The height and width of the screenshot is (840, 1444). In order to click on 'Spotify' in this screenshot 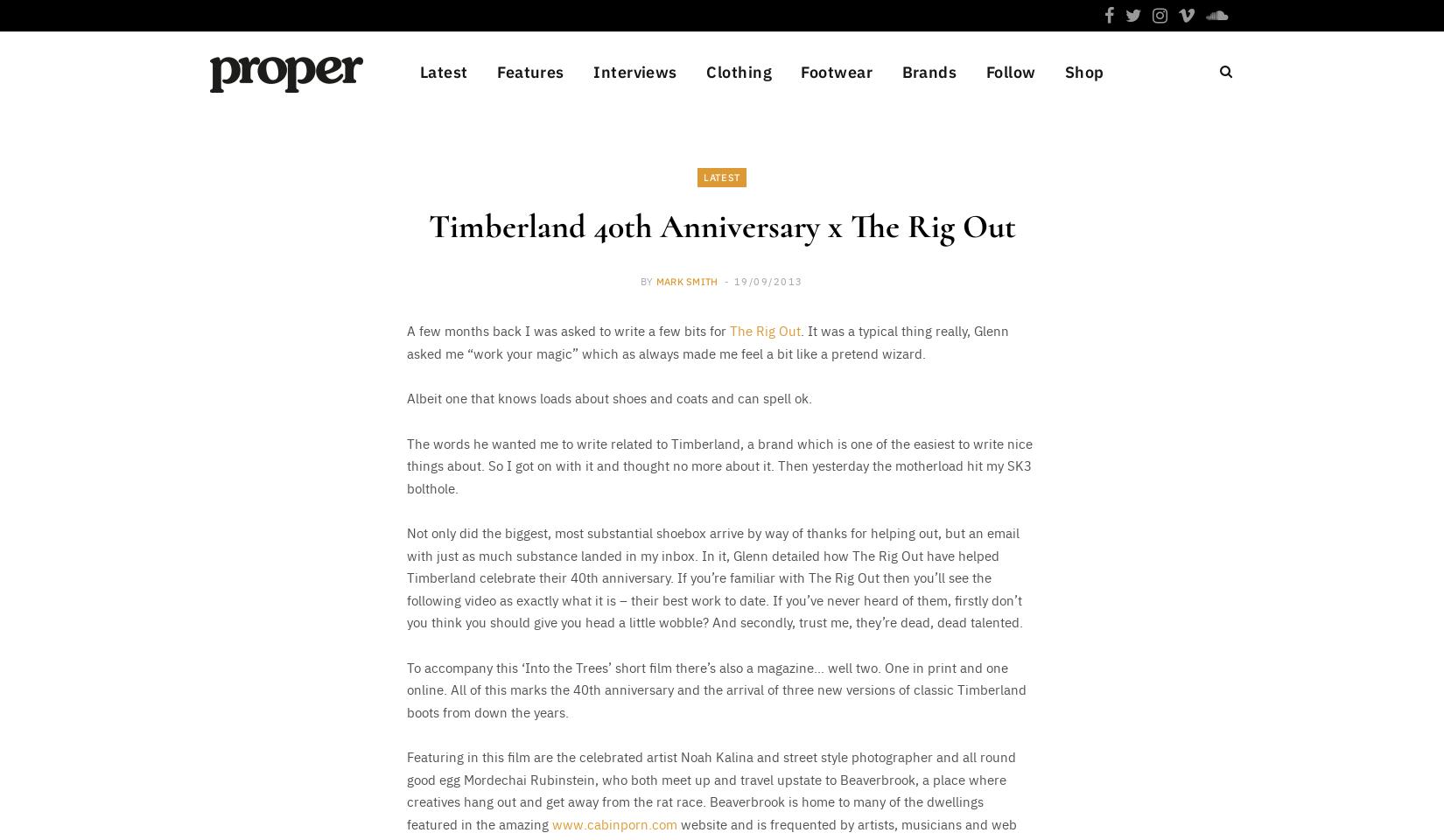, I will do `click(992, 391)`.